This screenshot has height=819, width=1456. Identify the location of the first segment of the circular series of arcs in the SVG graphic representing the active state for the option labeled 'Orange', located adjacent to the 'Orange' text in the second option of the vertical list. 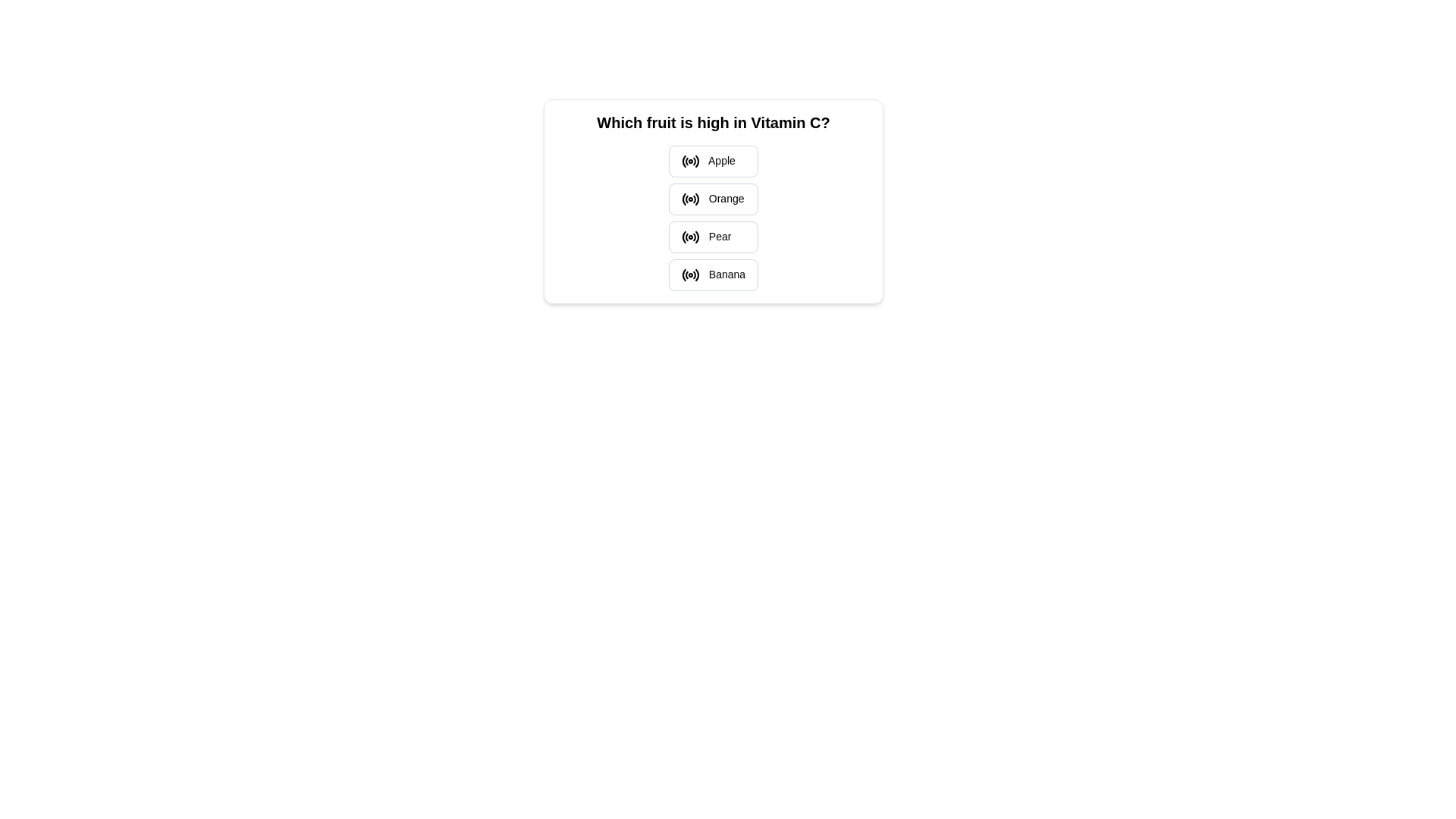
(683, 198).